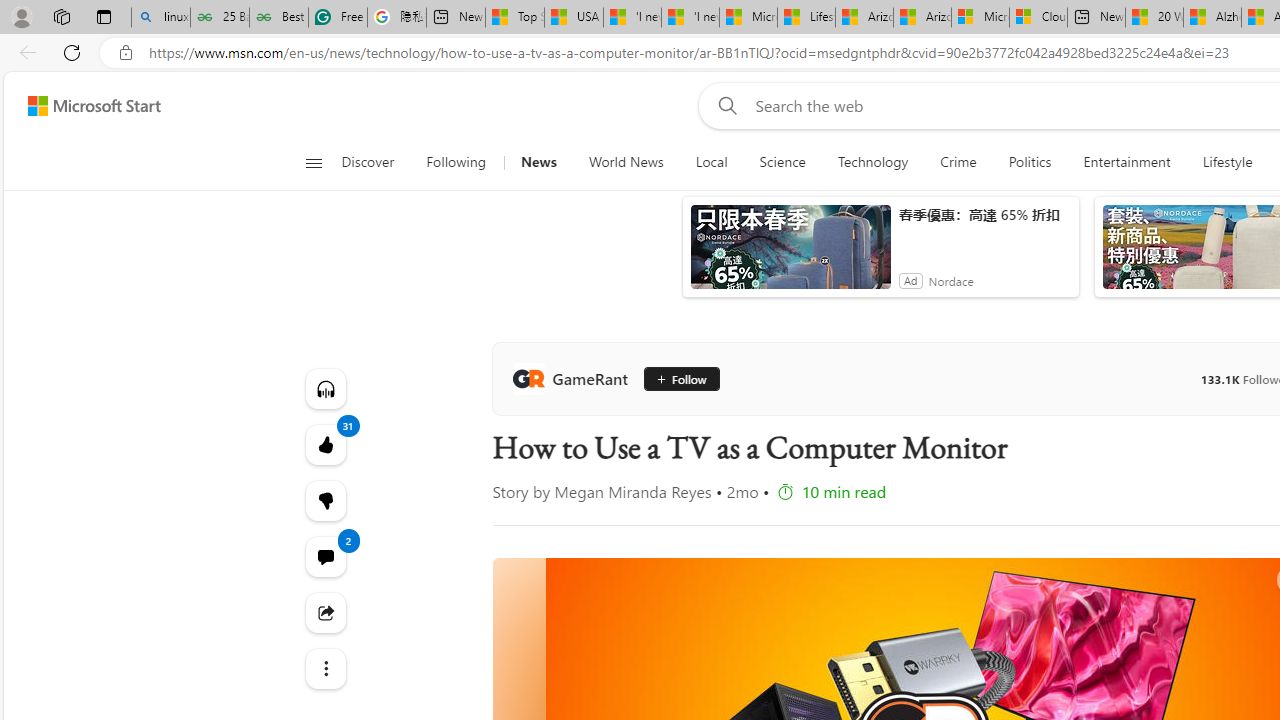 The width and height of the screenshot is (1280, 720). What do you see at coordinates (1226, 162) in the screenshot?
I see `'Lifestyle'` at bounding box center [1226, 162].